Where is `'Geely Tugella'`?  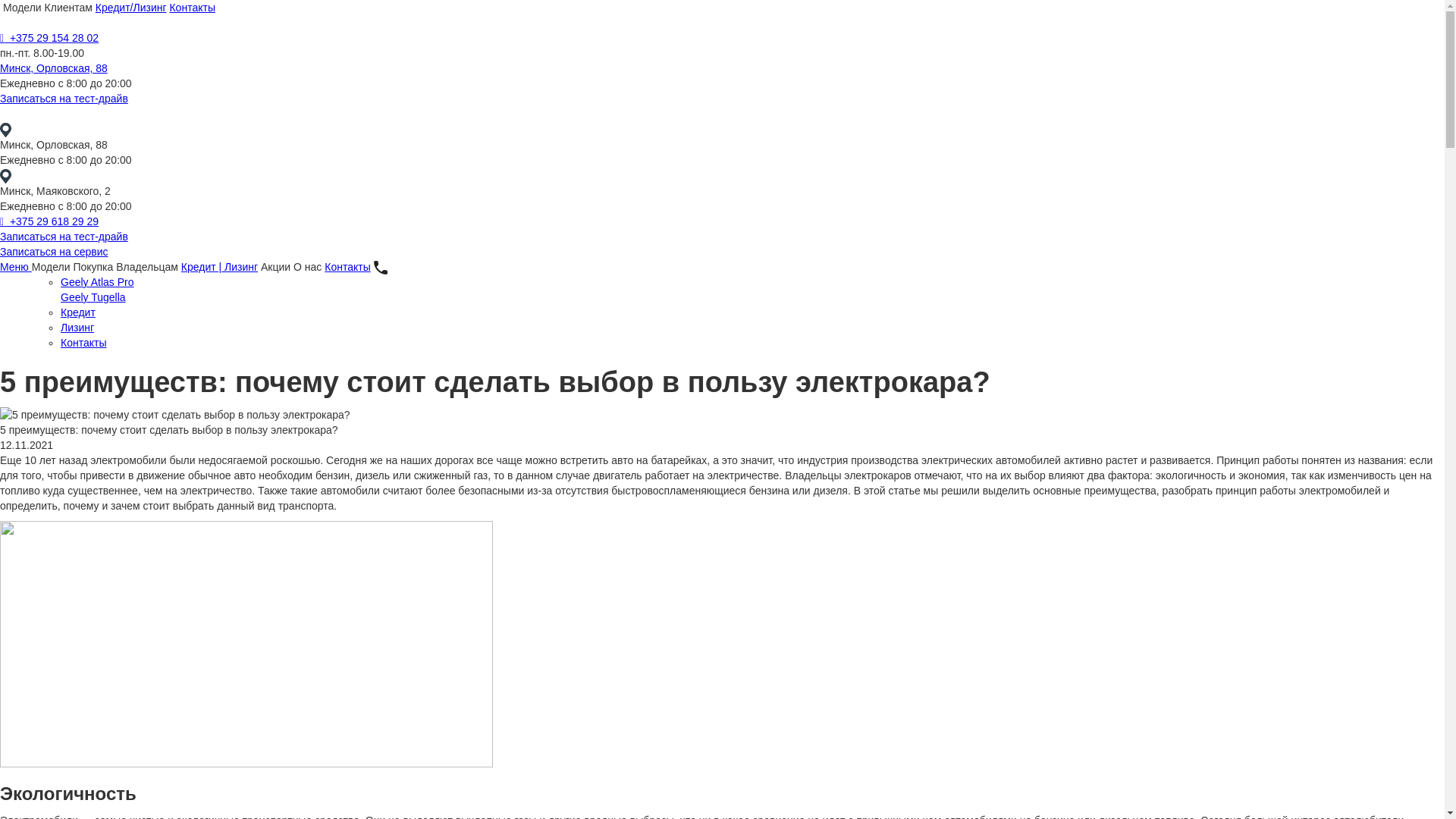
'Geely Tugella' is located at coordinates (93, 297).